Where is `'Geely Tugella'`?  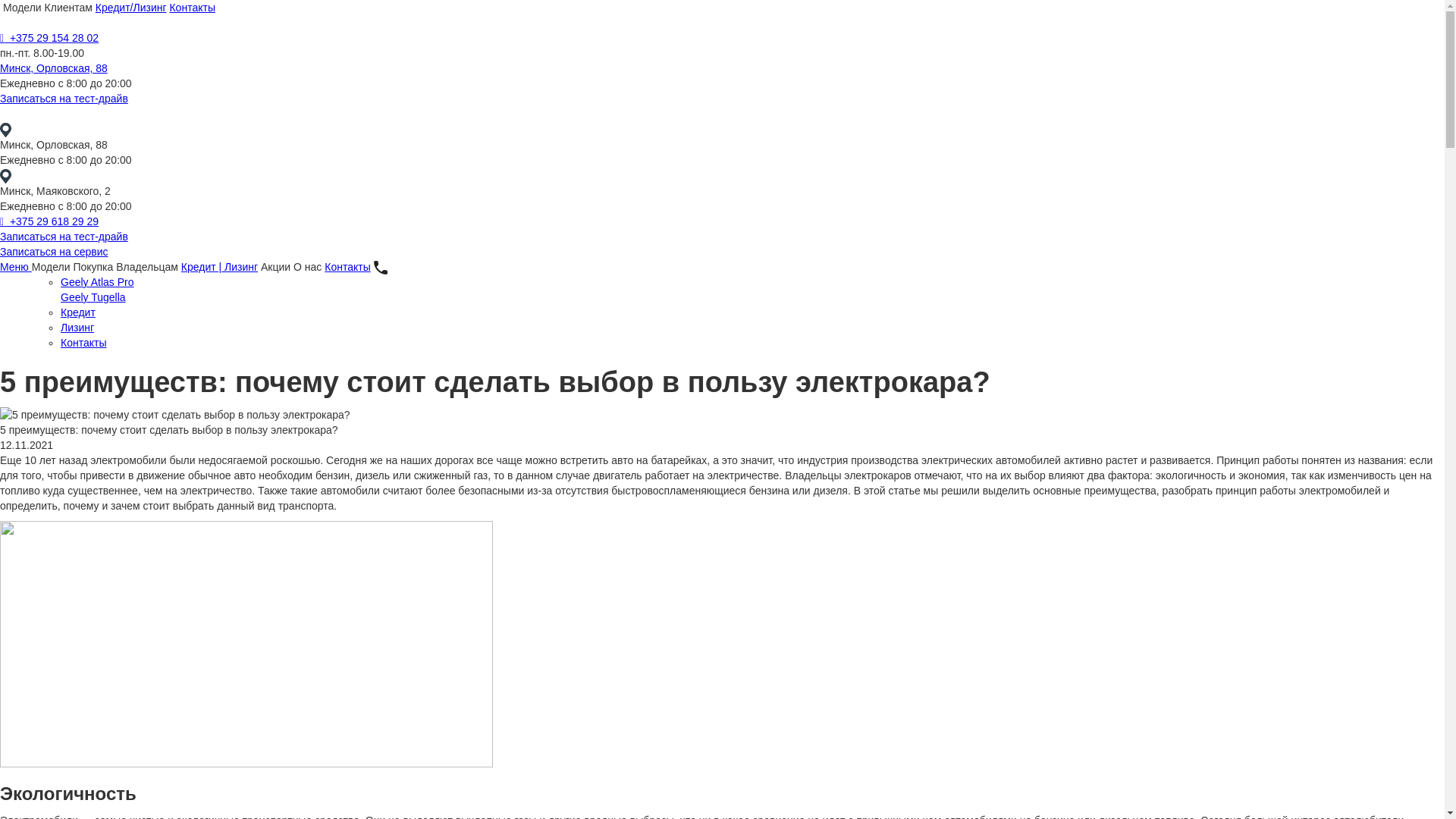
'Geely Tugella' is located at coordinates (93, 297).